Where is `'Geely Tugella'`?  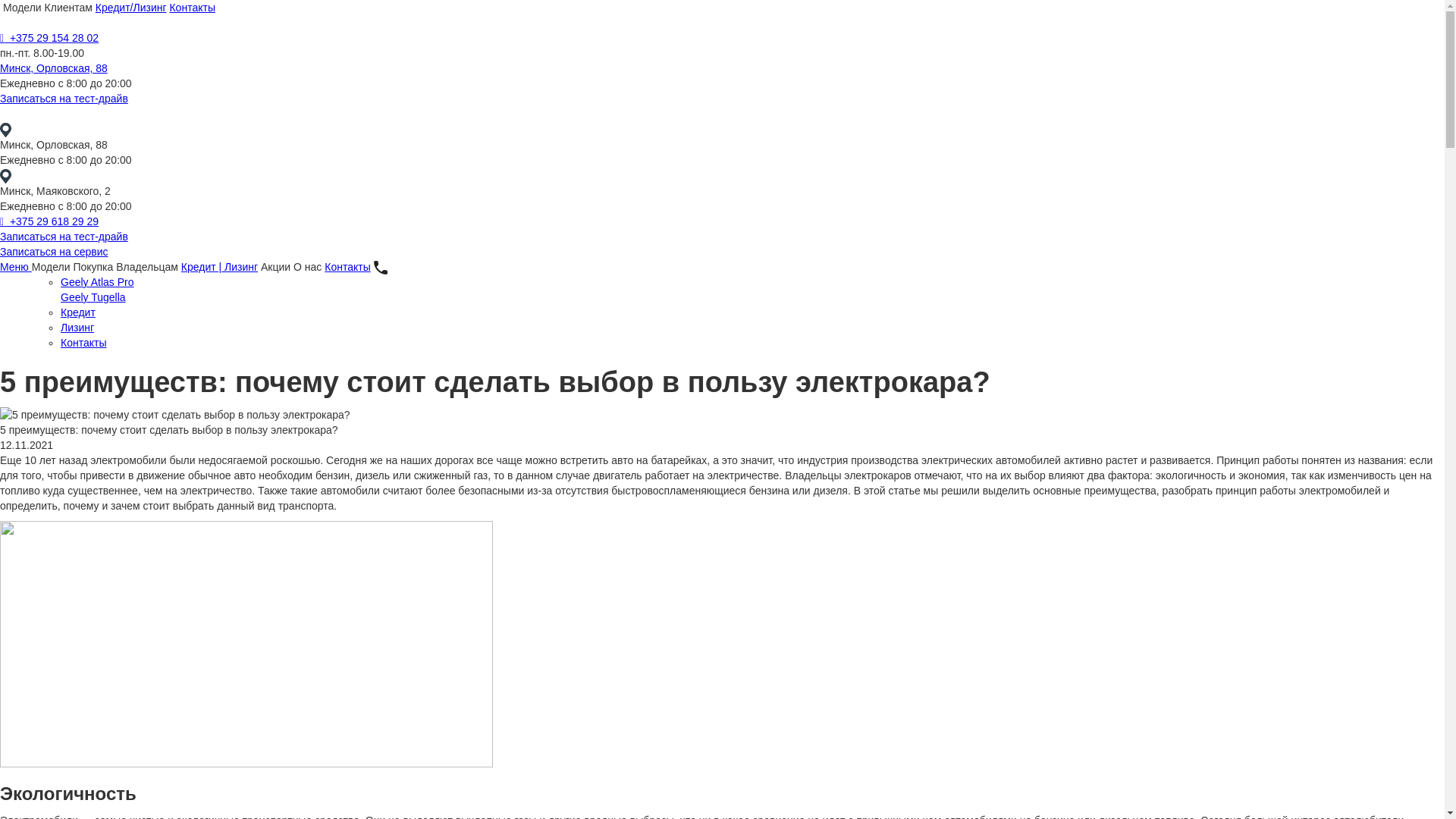
'Geely Tugella' is located at coordinates (93, 297).